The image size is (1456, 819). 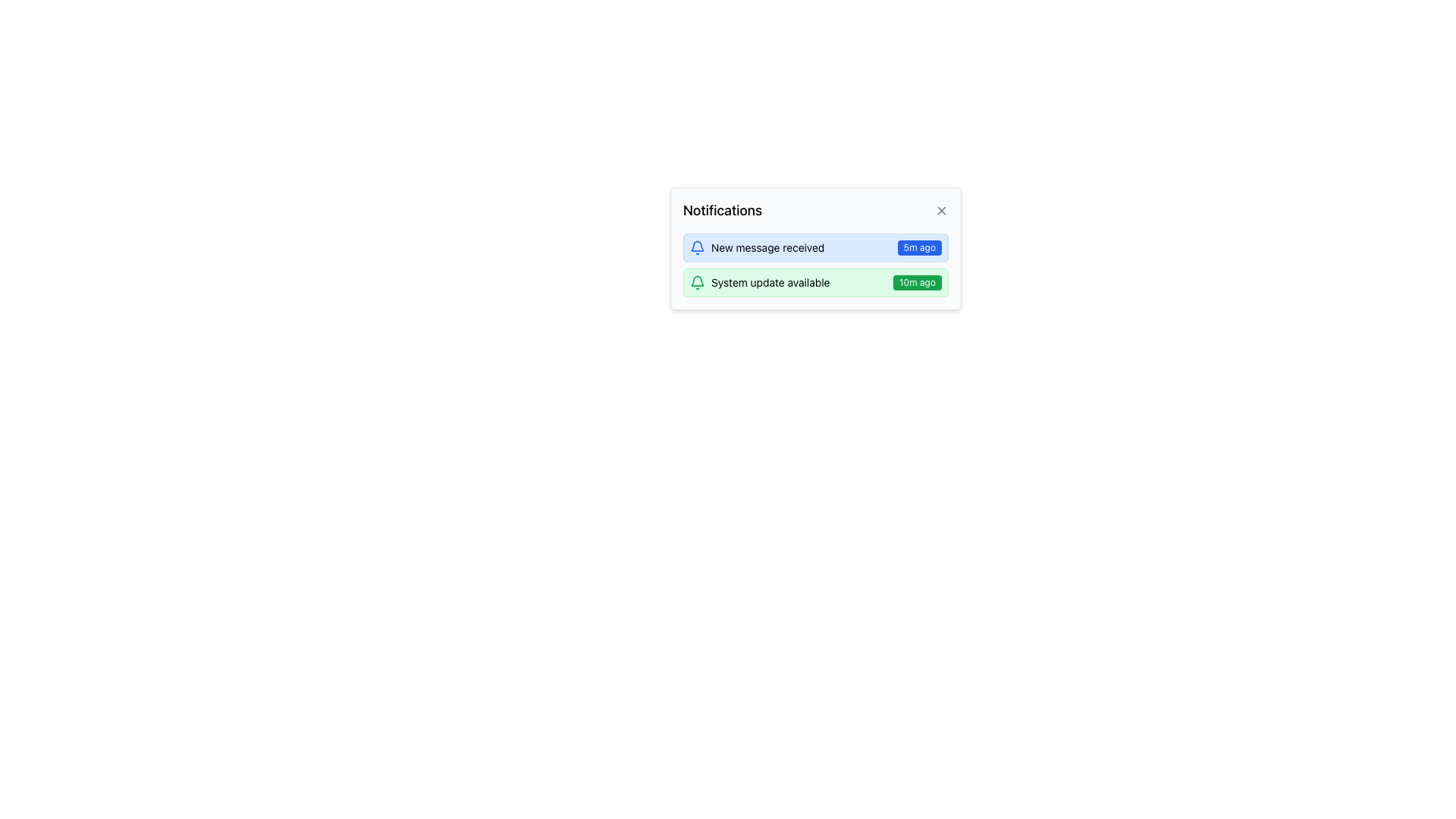 I want to click on the 'X' button in the top-right corner of the notification panel, so click(x=941, y=210).